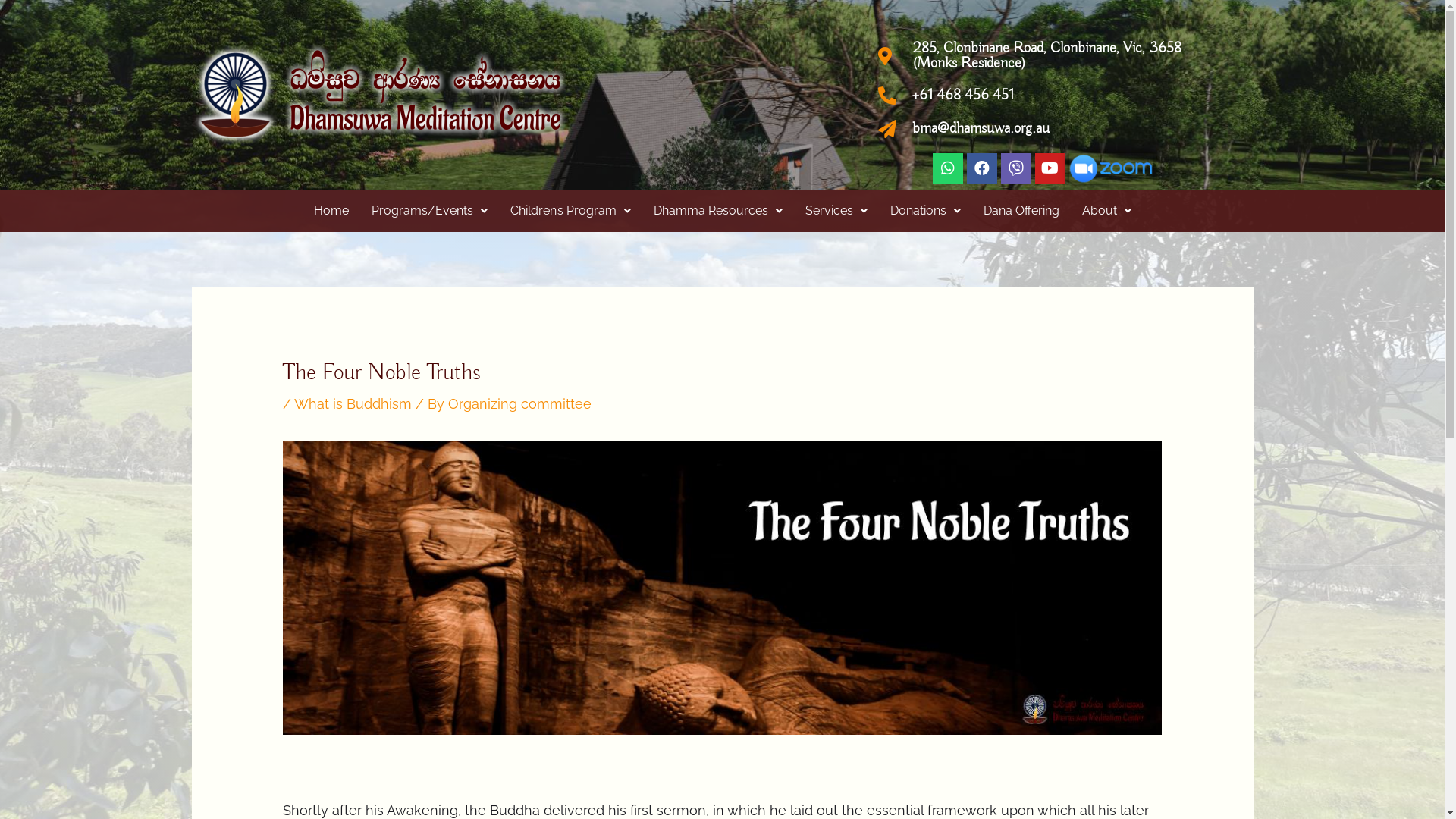 This screenshot has width=1456, height=819. I want to click on 'Donations', so click(877, 210).